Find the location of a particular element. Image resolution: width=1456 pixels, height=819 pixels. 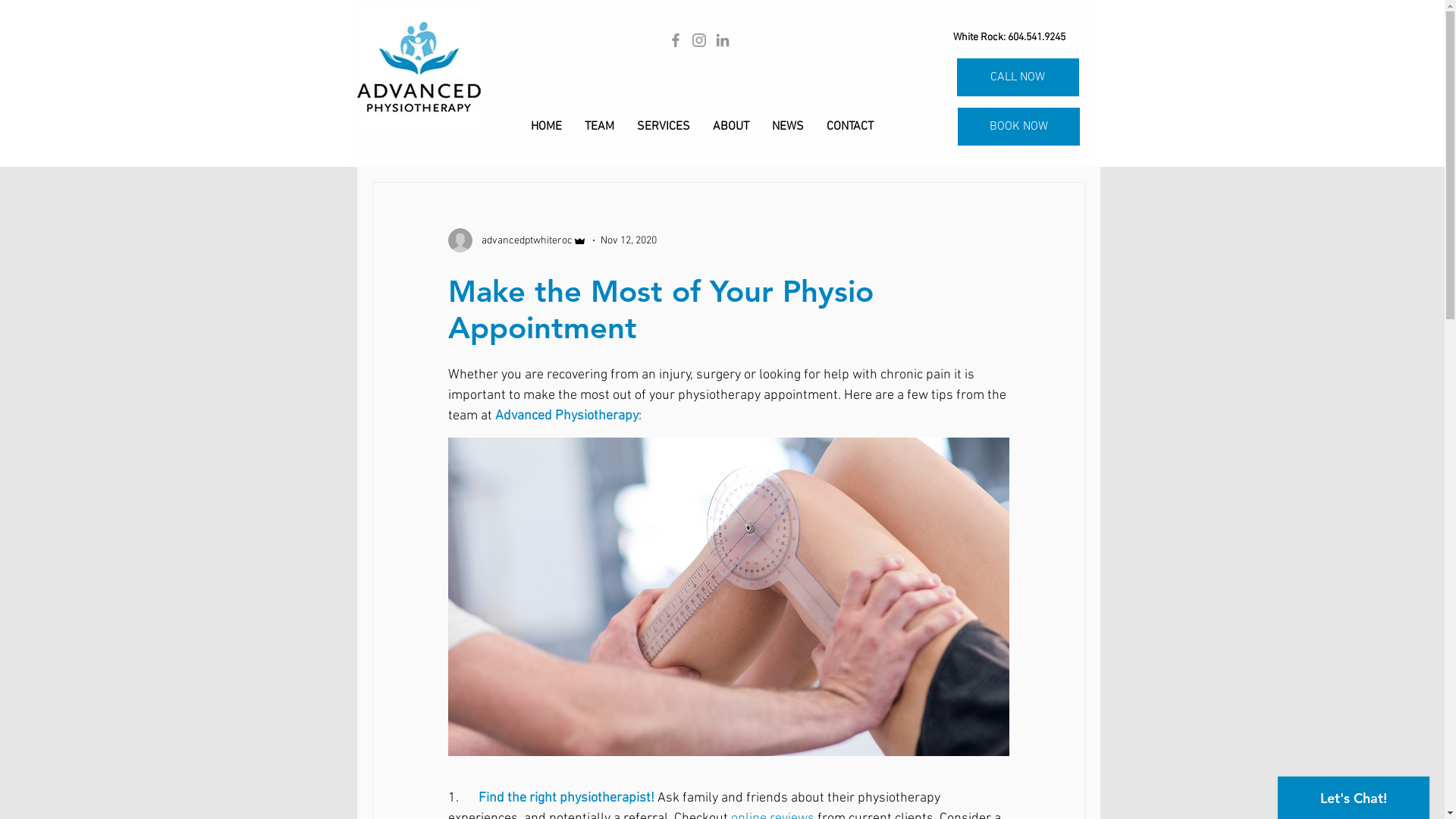

'SERVICES' is located at coordinates (662, 125).